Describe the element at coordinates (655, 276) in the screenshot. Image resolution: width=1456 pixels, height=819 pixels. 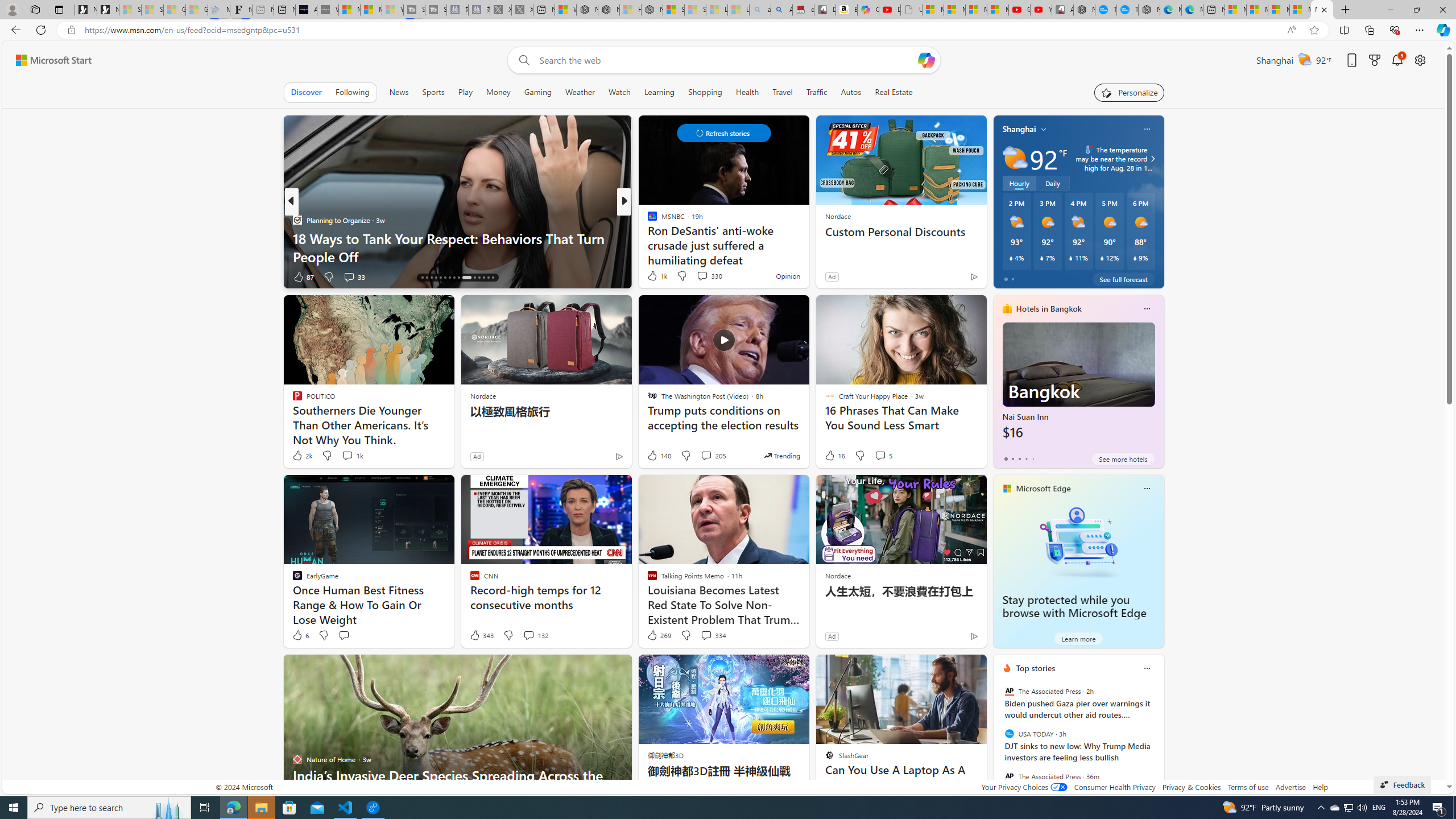
I see `'181 Like'` at that location.